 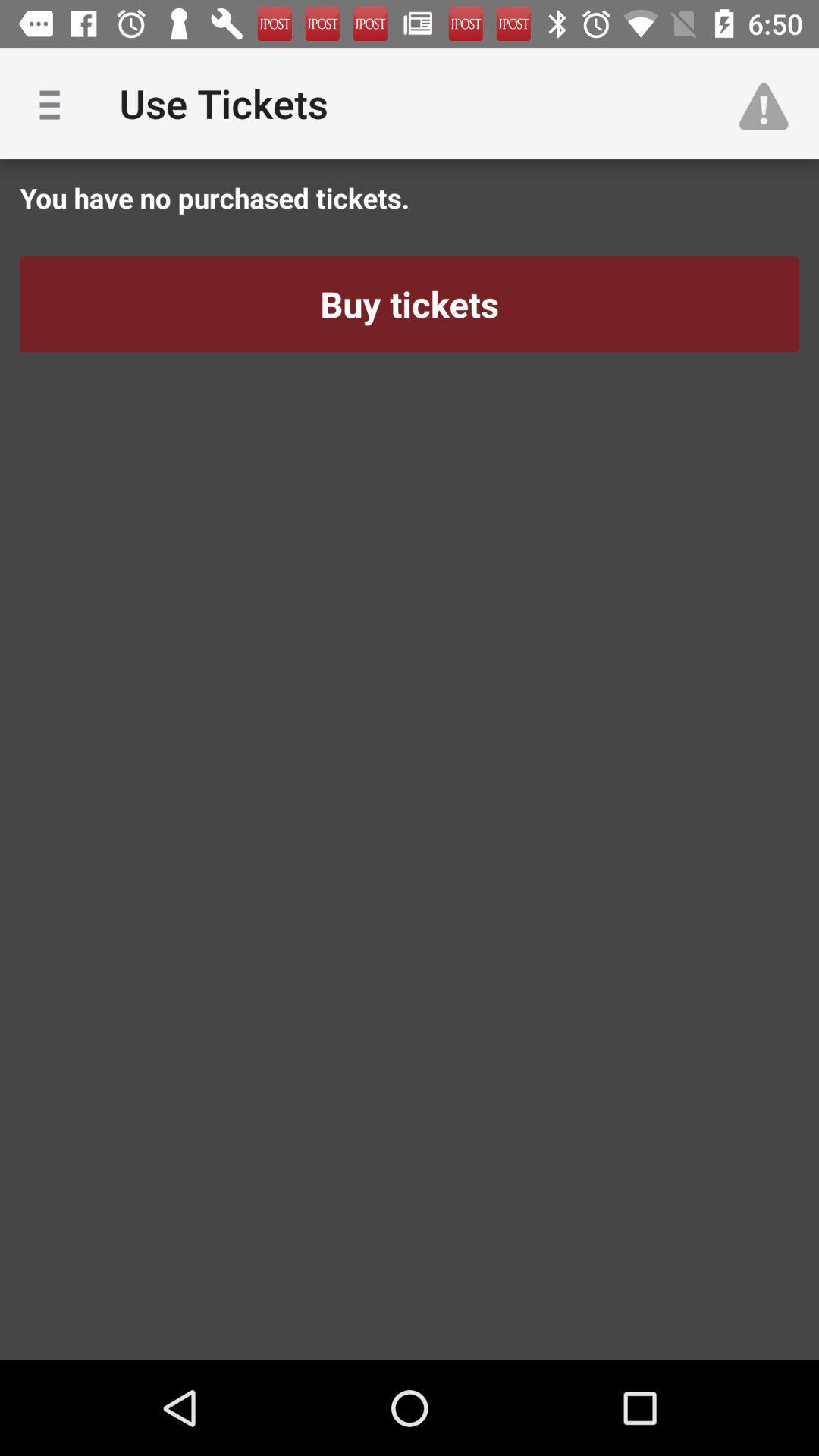 What do you see at coordinates (771, 102) in the screenshot?
I see `app to the right of the use tickets` at bounding box center [771, 102].